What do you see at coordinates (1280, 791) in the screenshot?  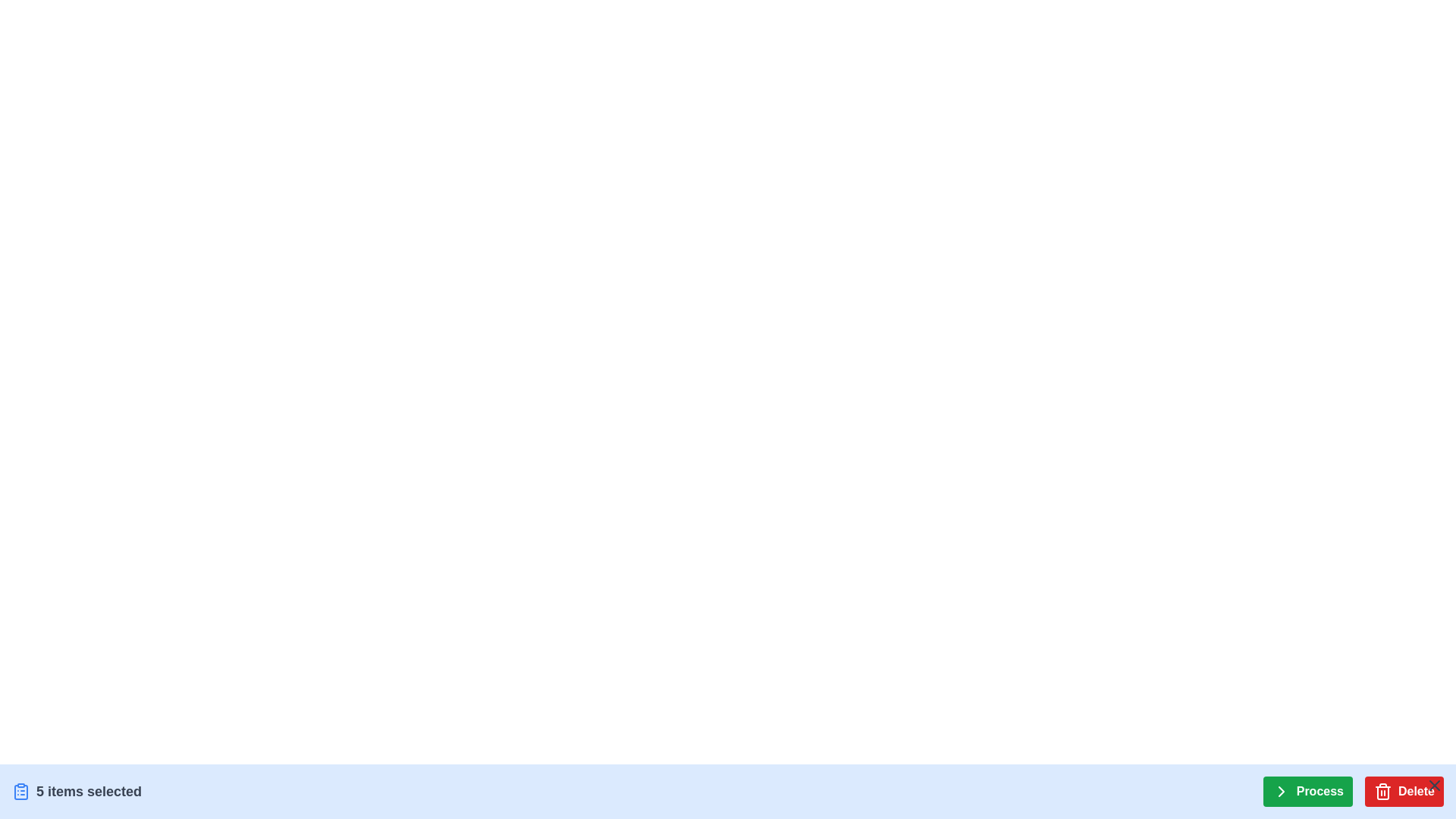 I see `the chevron icon located on the green 'Process' button, which features the text 'Process' in semibold white font` at bounding box center [1280, 791].